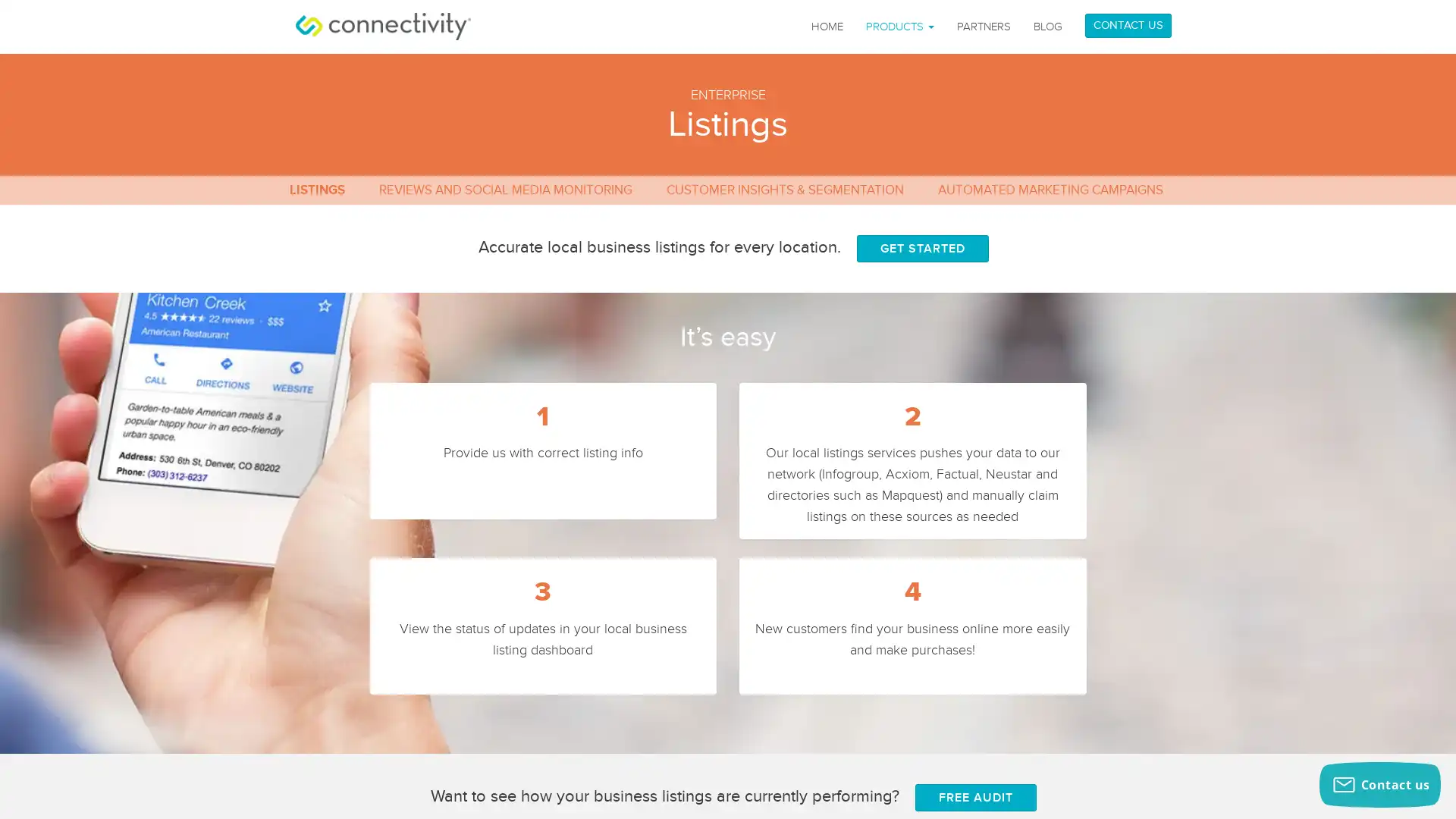 The image size is (1456, 819). Describe the element at coordinates (1379, 784) in the screenshot. I see `Contact us` at that location.